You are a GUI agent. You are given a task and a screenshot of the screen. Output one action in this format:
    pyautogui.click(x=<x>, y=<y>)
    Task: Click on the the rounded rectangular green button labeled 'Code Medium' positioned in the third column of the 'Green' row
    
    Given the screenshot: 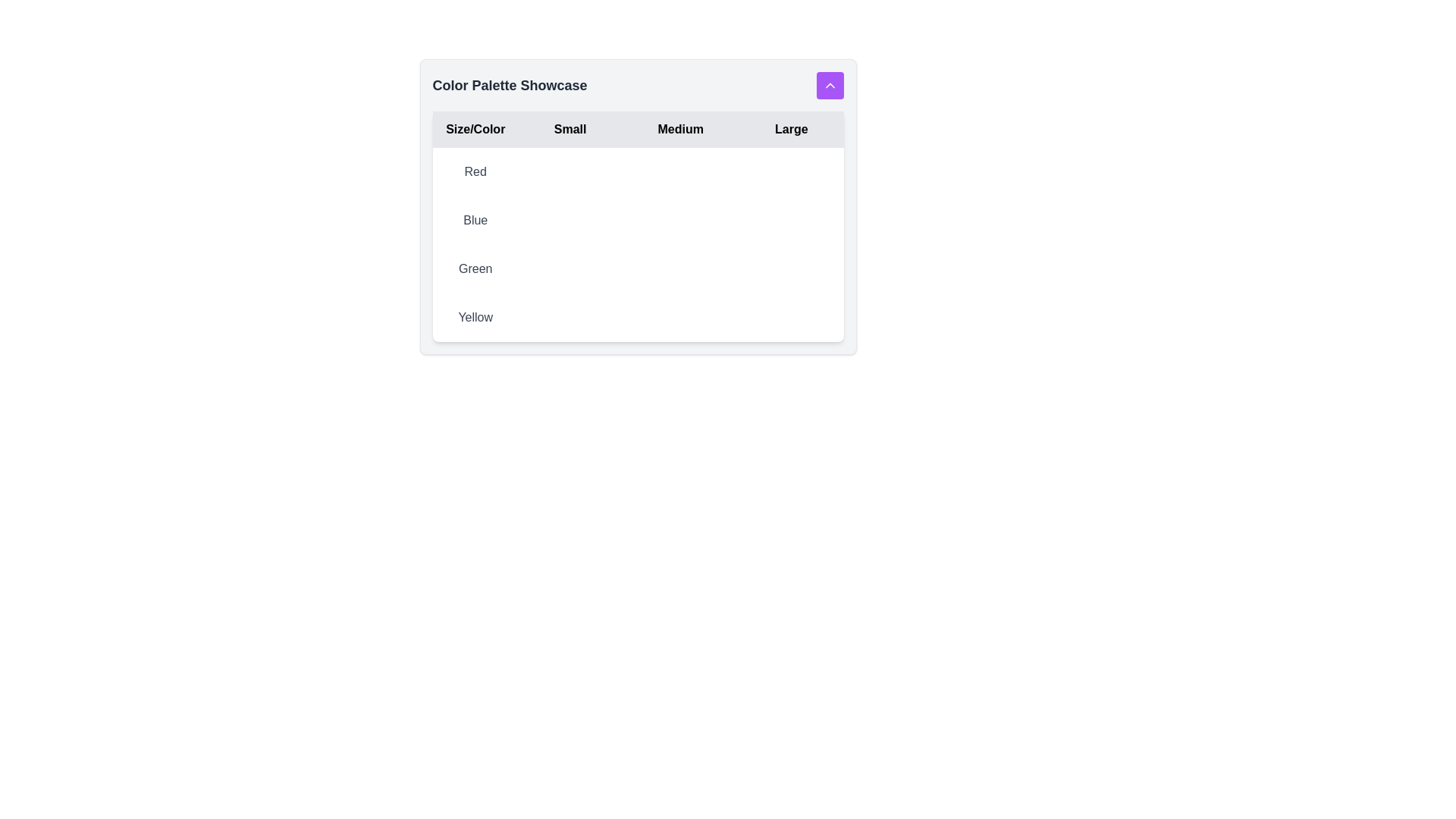 What is the action you would take?
    pyautogui.click(x=679, y=268)
    